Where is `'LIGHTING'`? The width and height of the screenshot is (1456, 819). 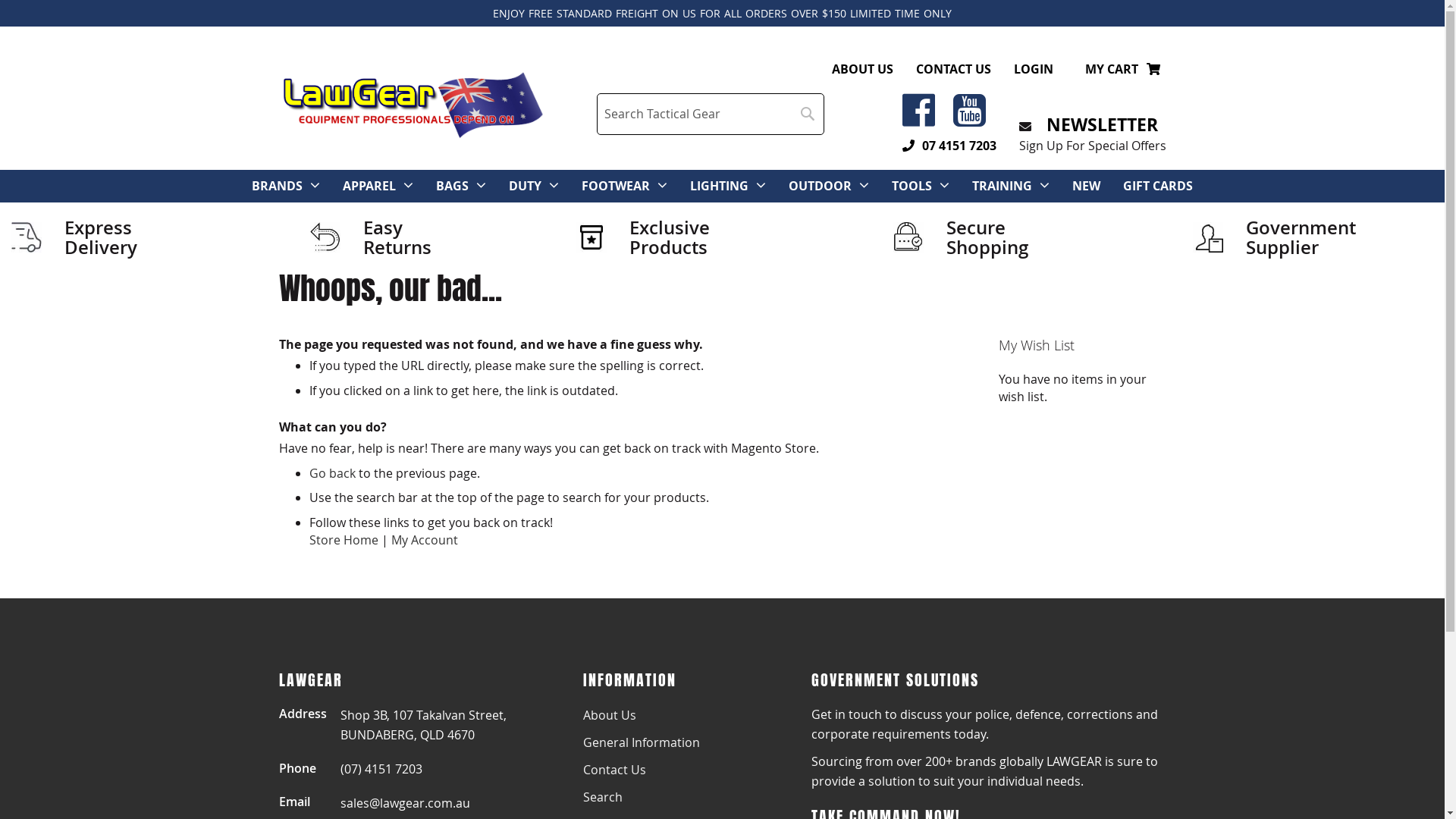 'LIGHTING' is located at coordinates (689, 185).